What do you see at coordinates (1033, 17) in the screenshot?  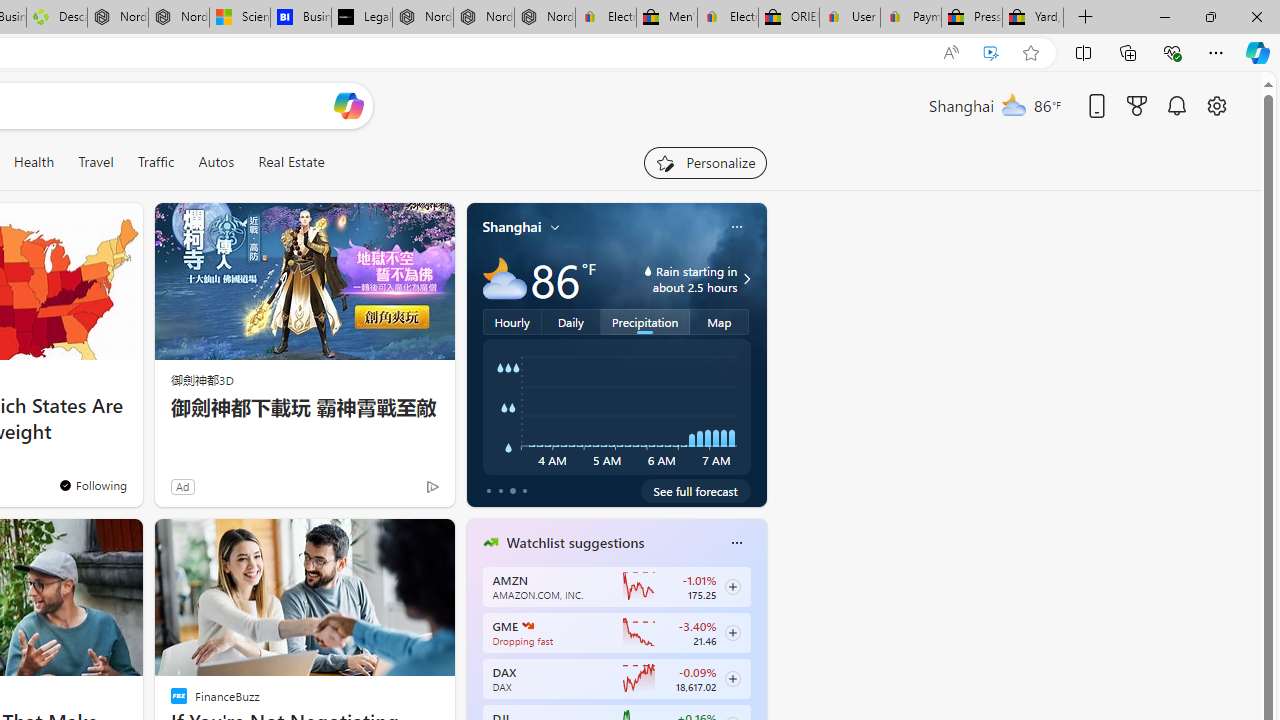 I see `'Yard, Garden & Outdoor Living'` at bounding box center [1033, 17].